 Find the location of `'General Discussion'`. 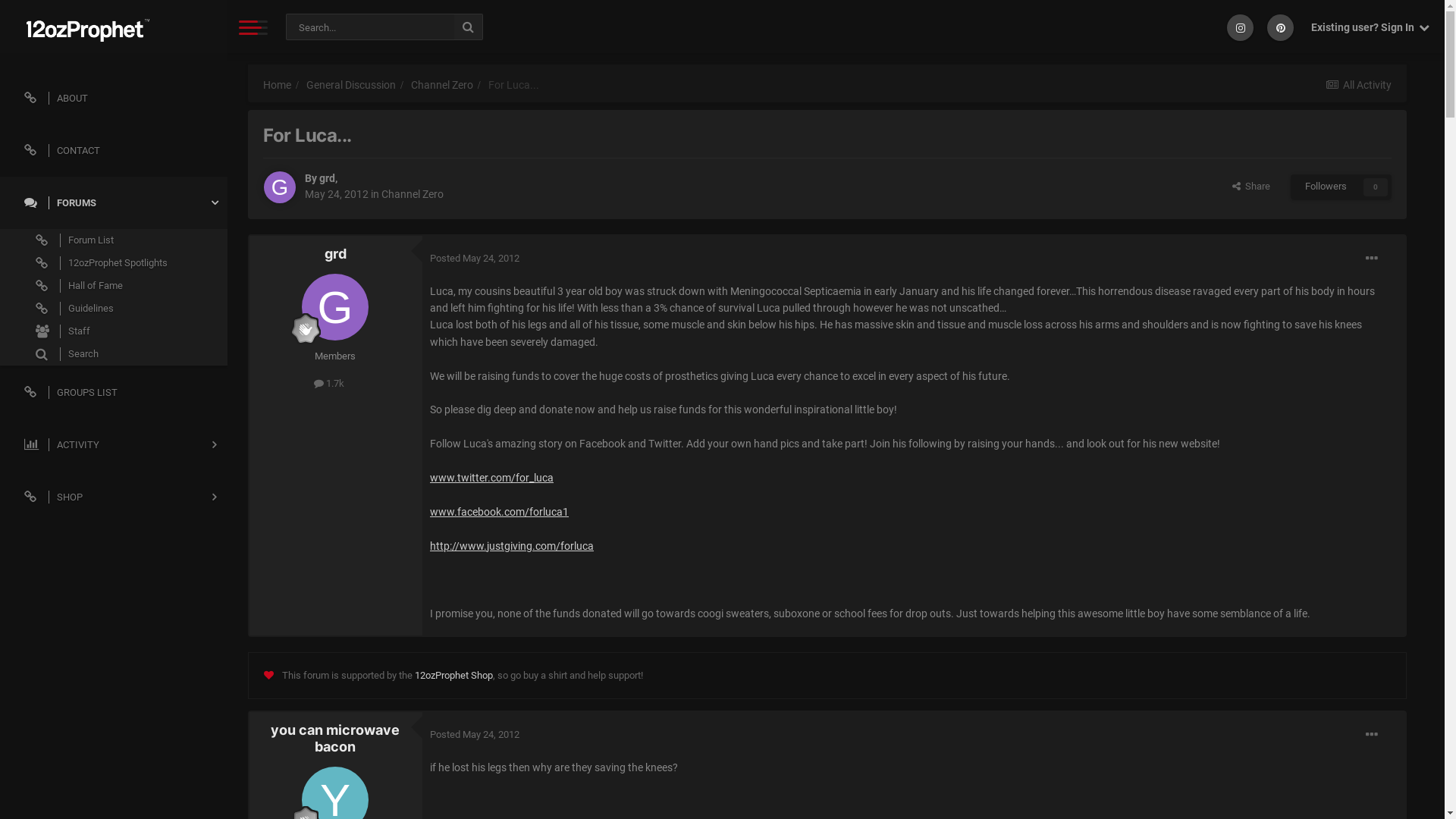

'General Discussion' is located at coordinates (356, 84).